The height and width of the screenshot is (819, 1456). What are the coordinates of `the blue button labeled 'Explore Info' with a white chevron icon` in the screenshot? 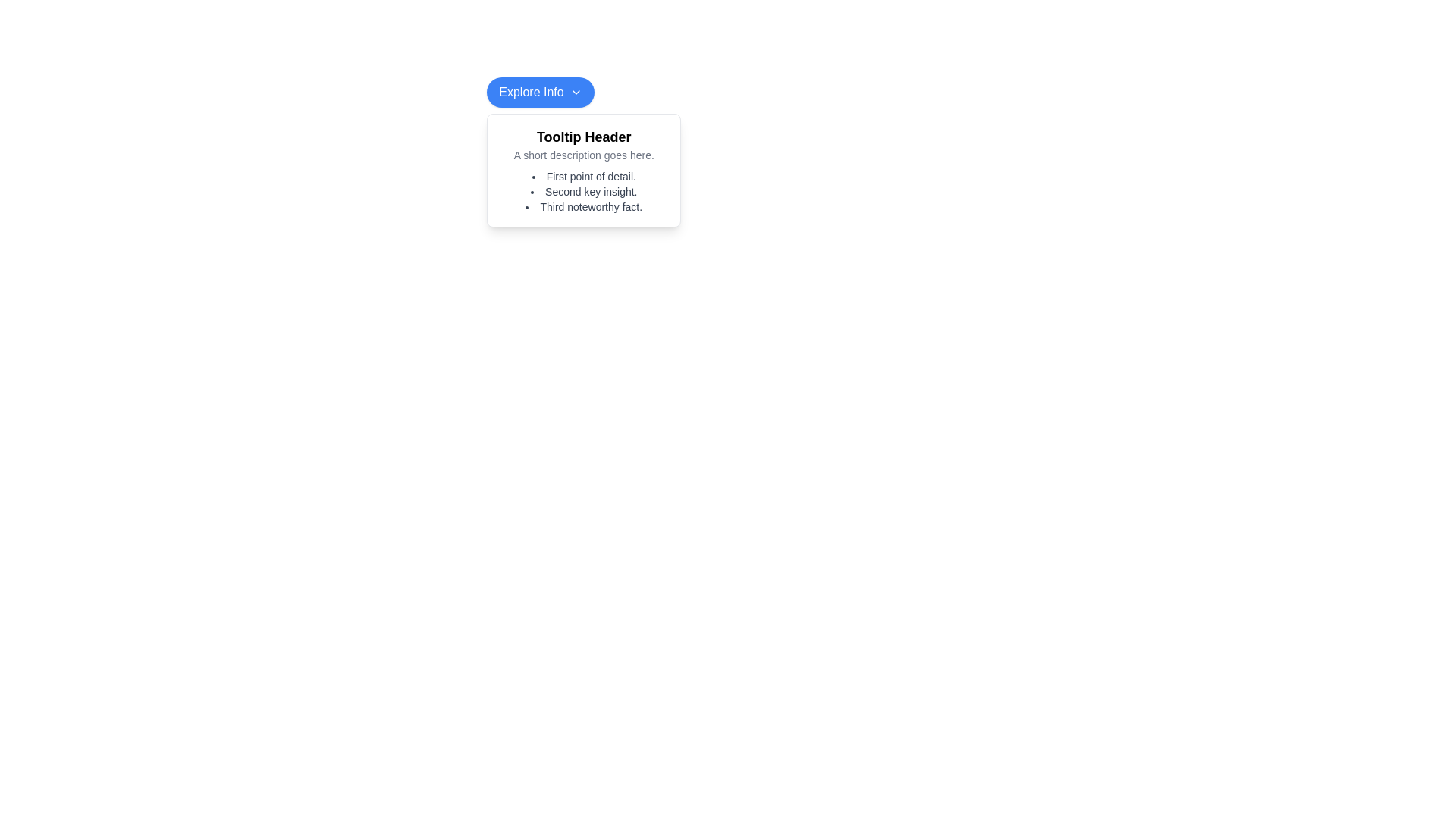 It's located at (540, 93).